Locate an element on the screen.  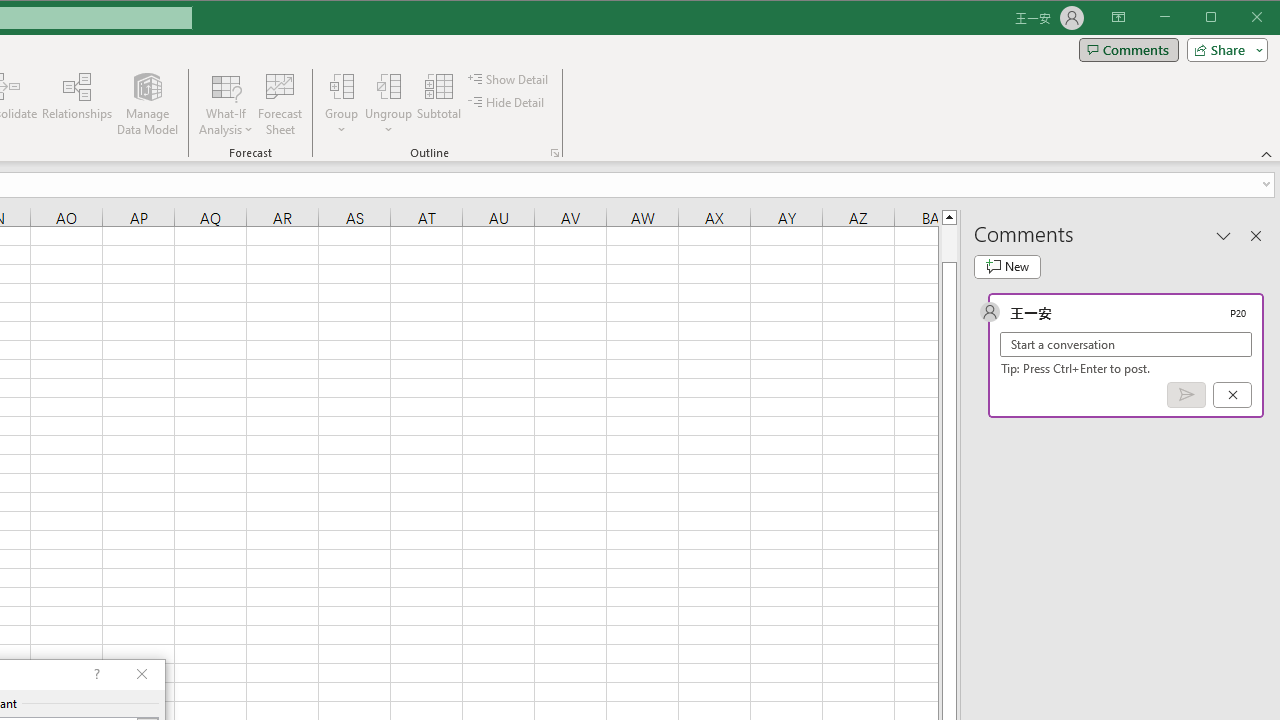
'Close pane' is located at coordinates (1255, 234).